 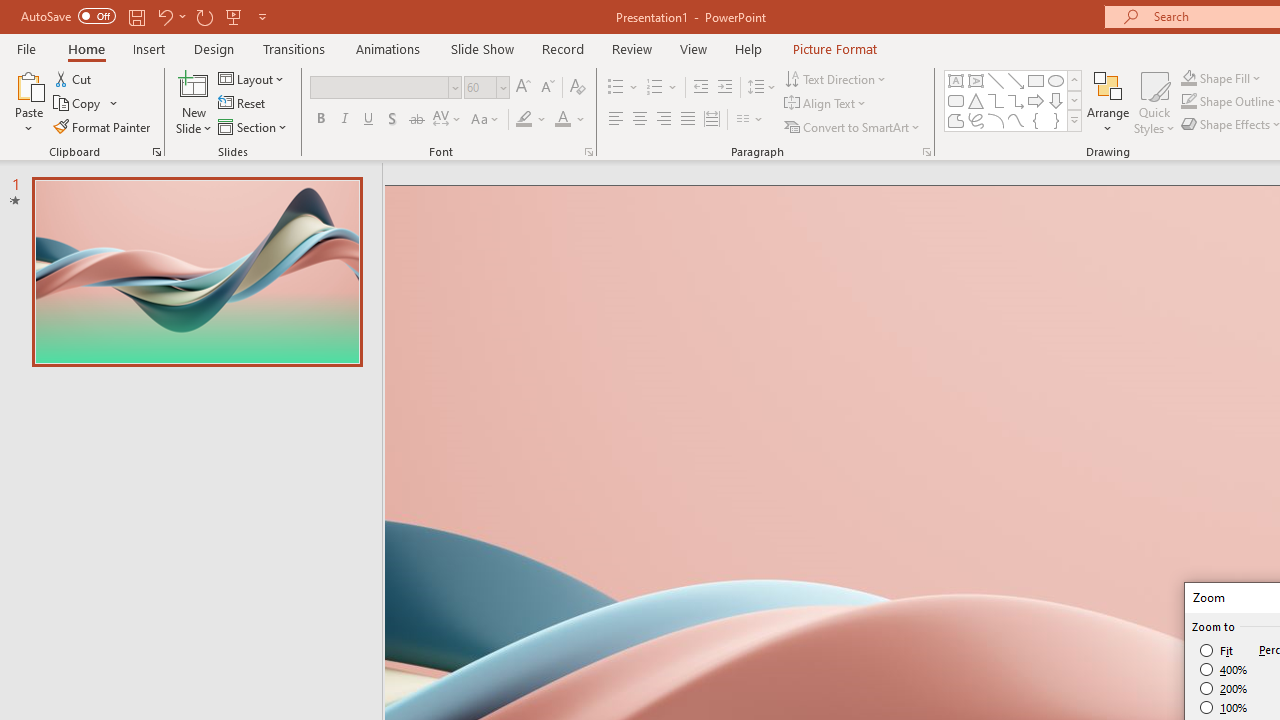 What do you see at coordinates (761, 86) in the screenshot?
I see `'Line Spacing'` at bounding box center [761, 86].